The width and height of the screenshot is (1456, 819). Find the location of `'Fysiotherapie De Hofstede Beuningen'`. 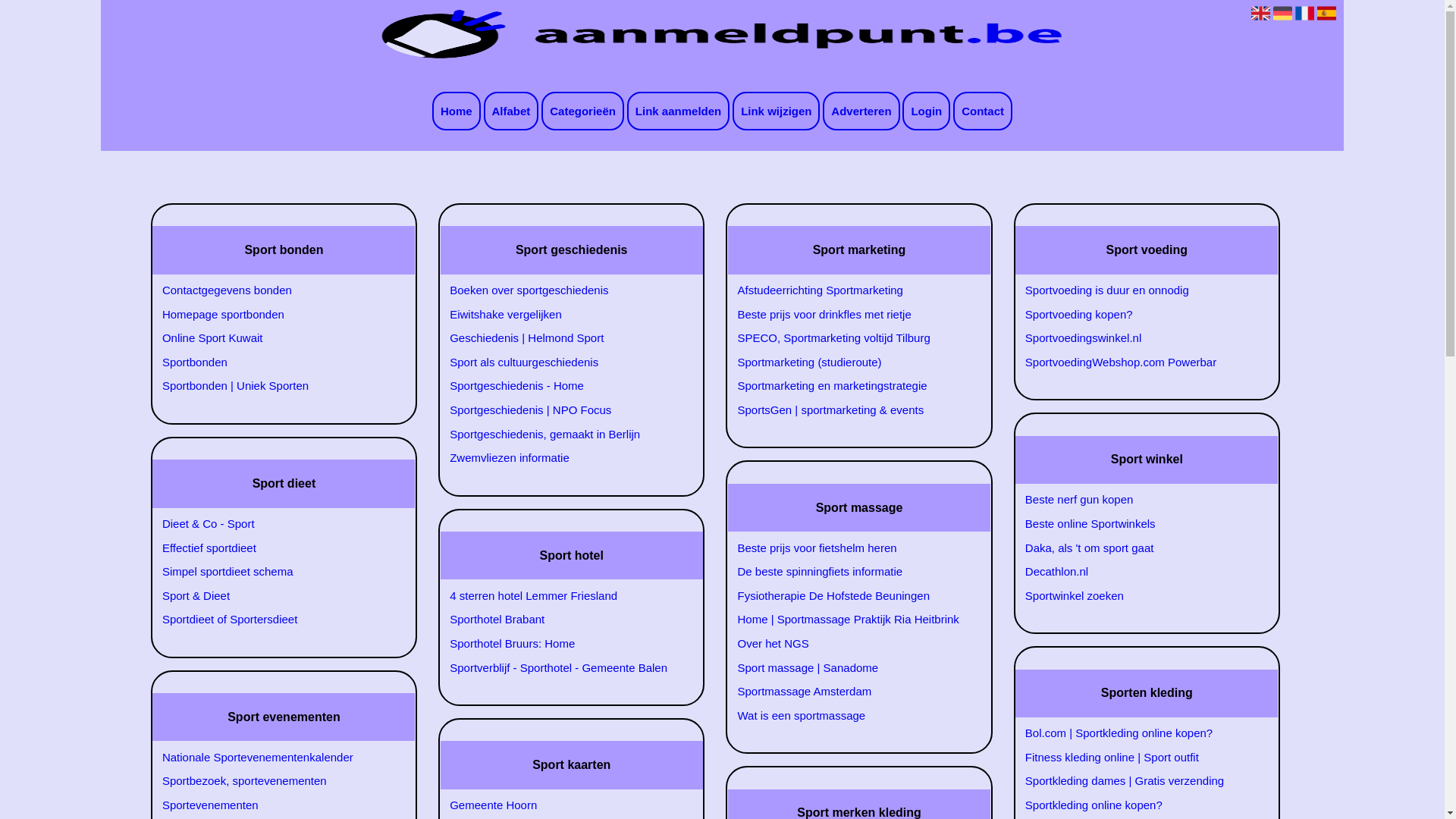

'Fysiotherapie De Hofstede Beuningen' is located at coordinates (850, 595).